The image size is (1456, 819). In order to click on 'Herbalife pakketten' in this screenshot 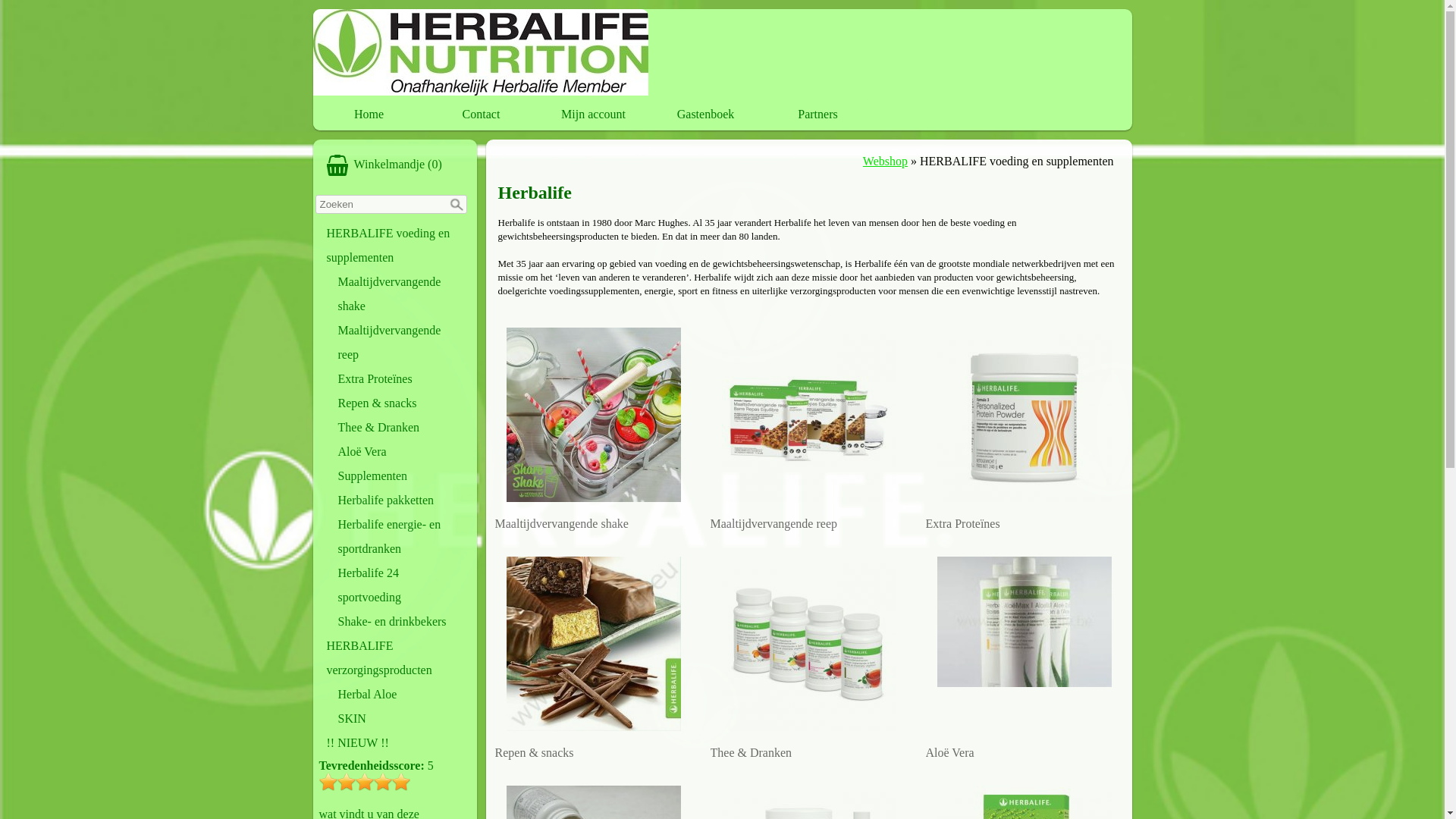, I will do `click(400, 500)`.